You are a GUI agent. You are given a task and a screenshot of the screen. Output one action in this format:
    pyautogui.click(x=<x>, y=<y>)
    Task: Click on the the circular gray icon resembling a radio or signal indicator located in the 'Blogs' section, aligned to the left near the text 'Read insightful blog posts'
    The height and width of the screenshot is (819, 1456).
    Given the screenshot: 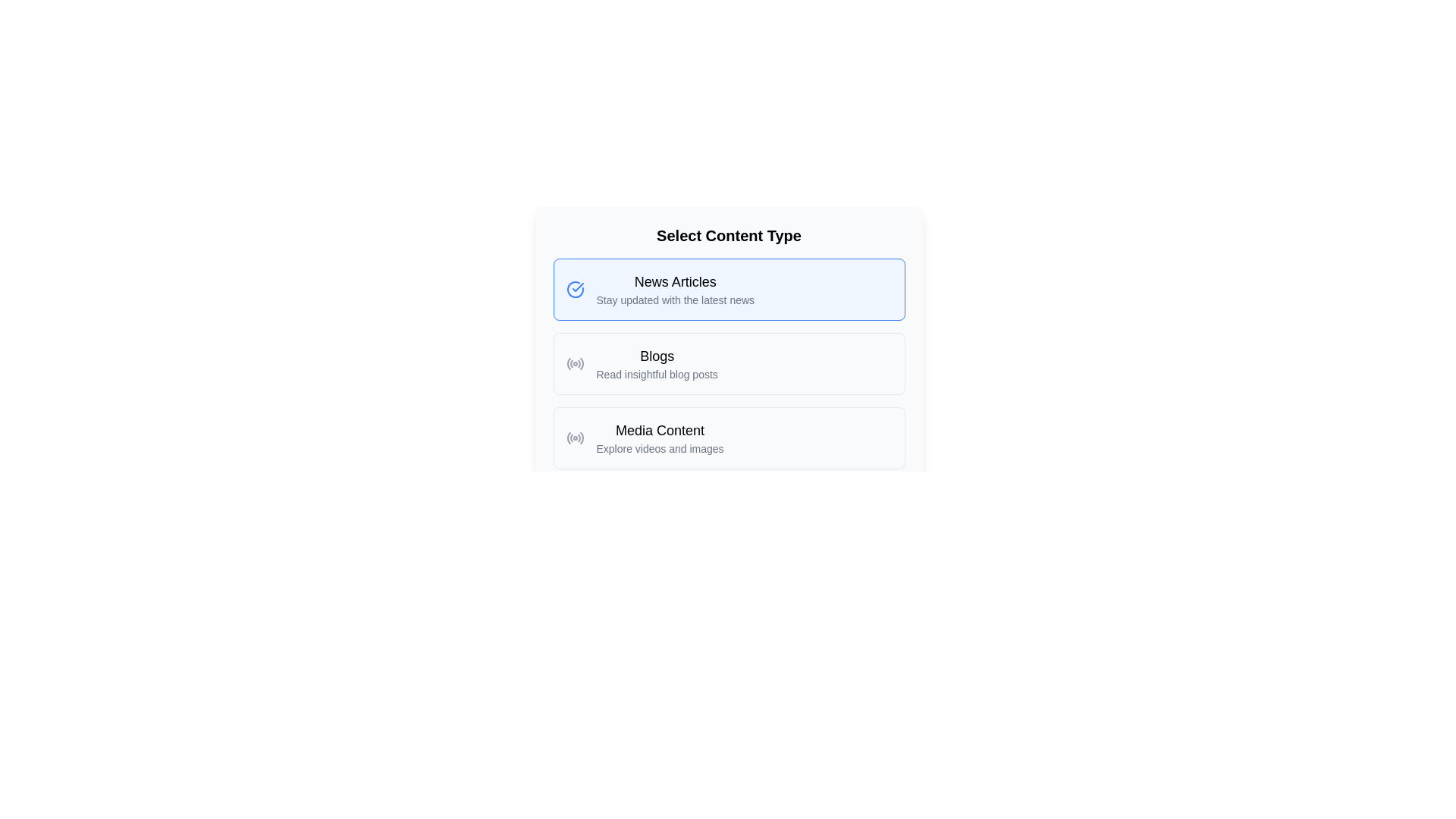 What is the action you would take?
    pyautogui.click(x=574, y=363)
    